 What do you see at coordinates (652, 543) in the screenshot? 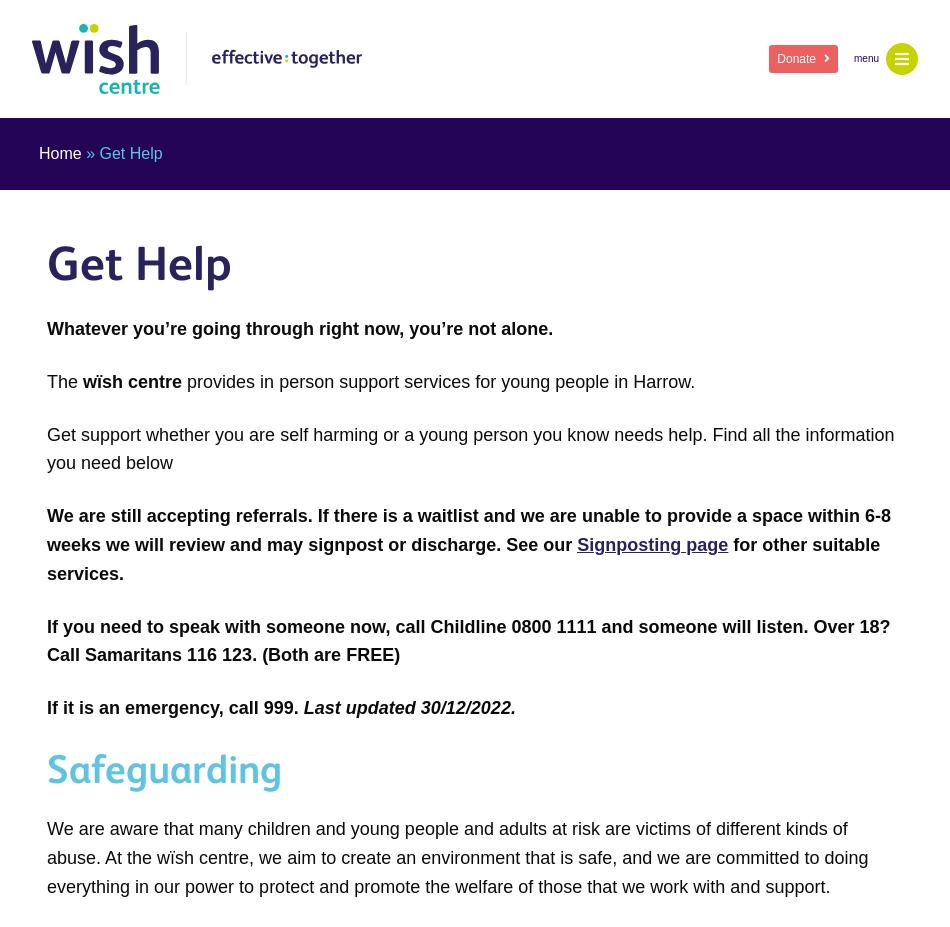
I see `'Signposting page'` at bounding box center [652, 543].